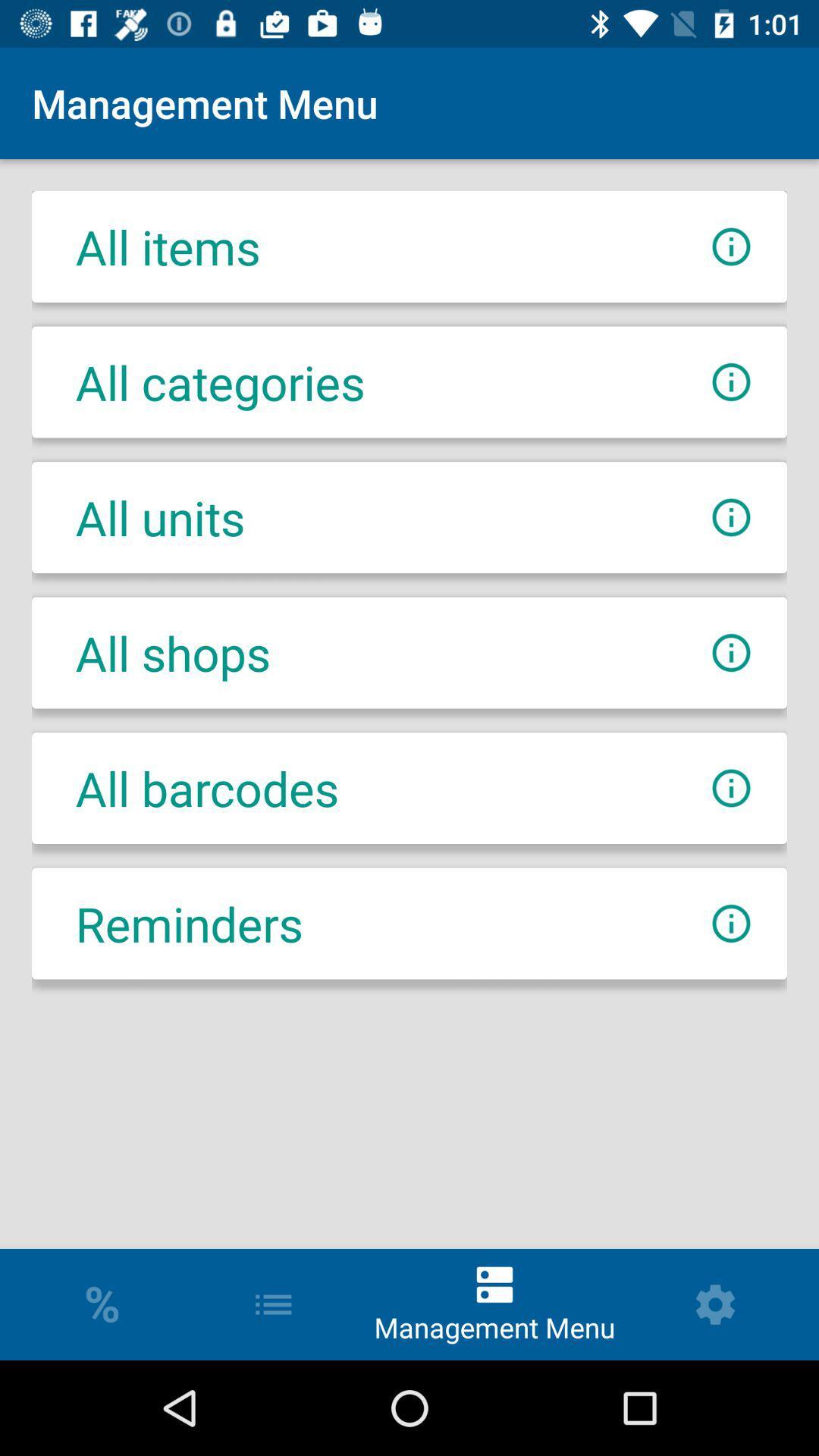 Image resolution: width=819 pixels, height=1456 pixels. What do you see at coordinates (730, 788) in the screenshot?
I see `more info` at bounding box center [730, 788].